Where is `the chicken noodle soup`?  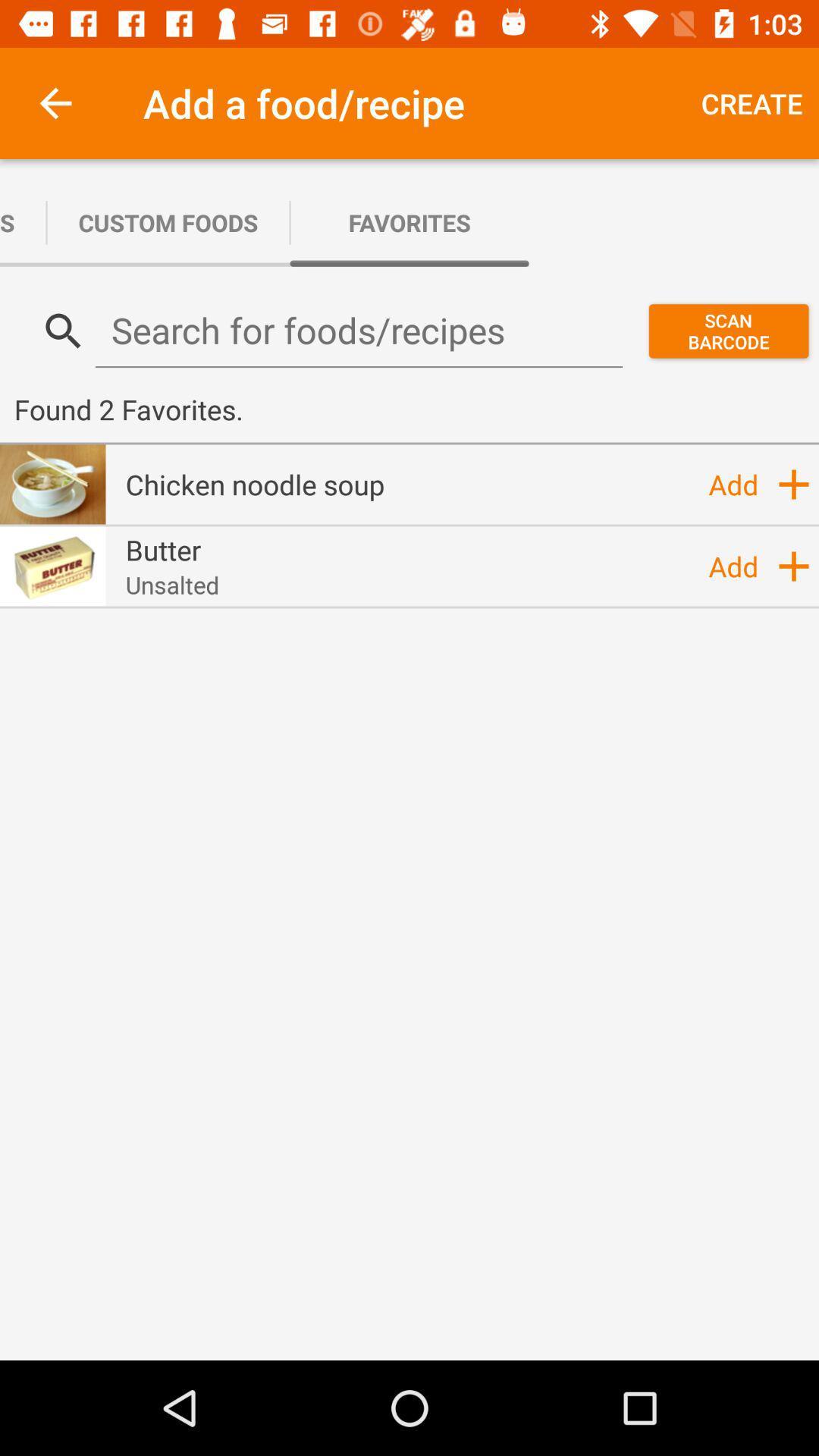
the chicken noodle soup is located at coordinates (254, 483).